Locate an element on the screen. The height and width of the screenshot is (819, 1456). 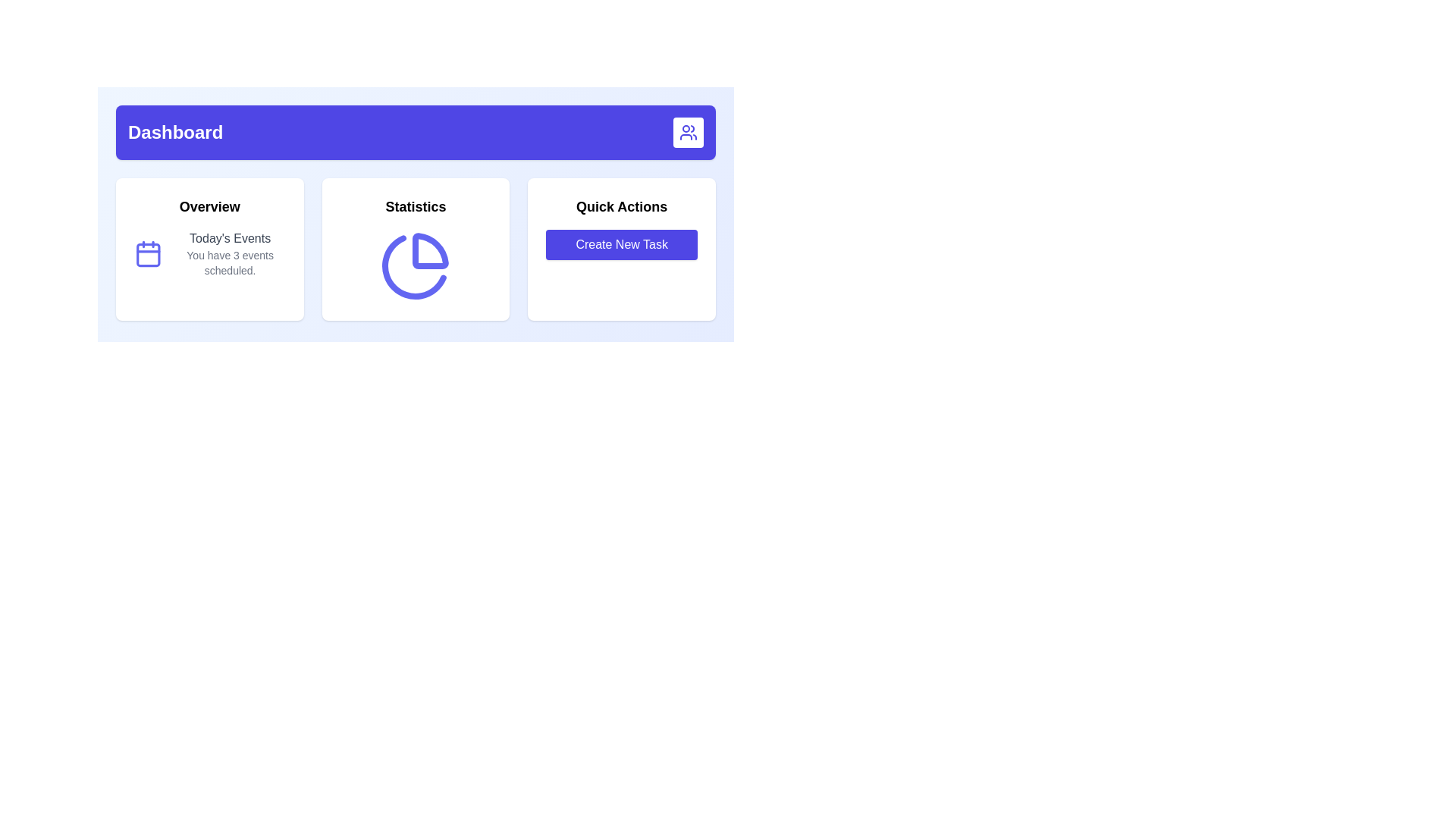
the 'Create New Task' button inside the 'Quick Actions' card, which is the third card from the left in the row of three cards is located at coordinates (622, 248).